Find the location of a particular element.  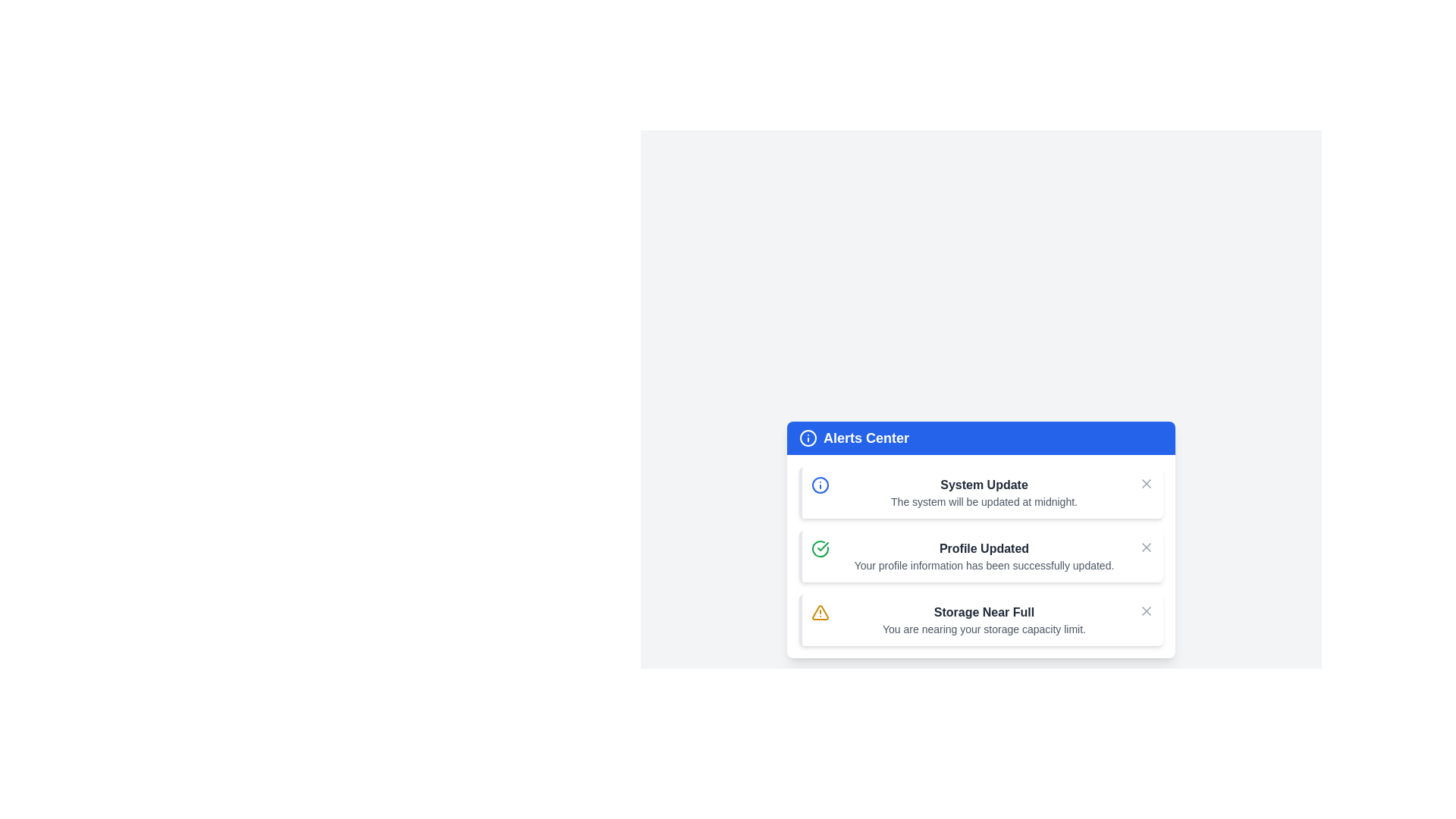

the 'Storage Near Full' notification headline, which is styled with bold font and dark gray color, located within the Alerts Center modal is located at coordinates (984, 611).